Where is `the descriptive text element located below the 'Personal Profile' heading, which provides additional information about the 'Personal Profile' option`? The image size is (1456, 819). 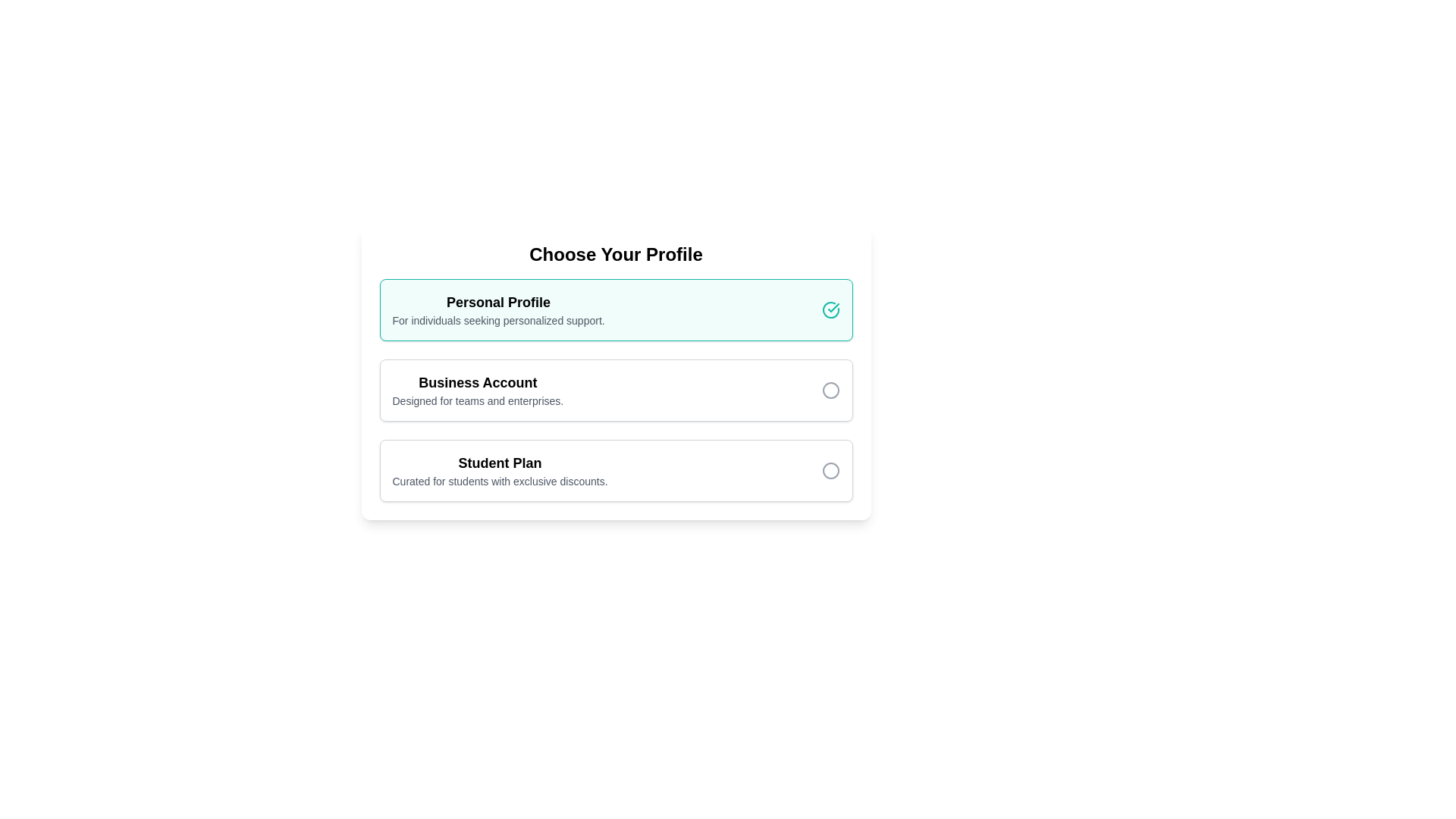
the descriptive text element located below the 'Personal Profile' heading, which provides additional information about the 'Personal Profile' option is located at coordinates (498, 320).